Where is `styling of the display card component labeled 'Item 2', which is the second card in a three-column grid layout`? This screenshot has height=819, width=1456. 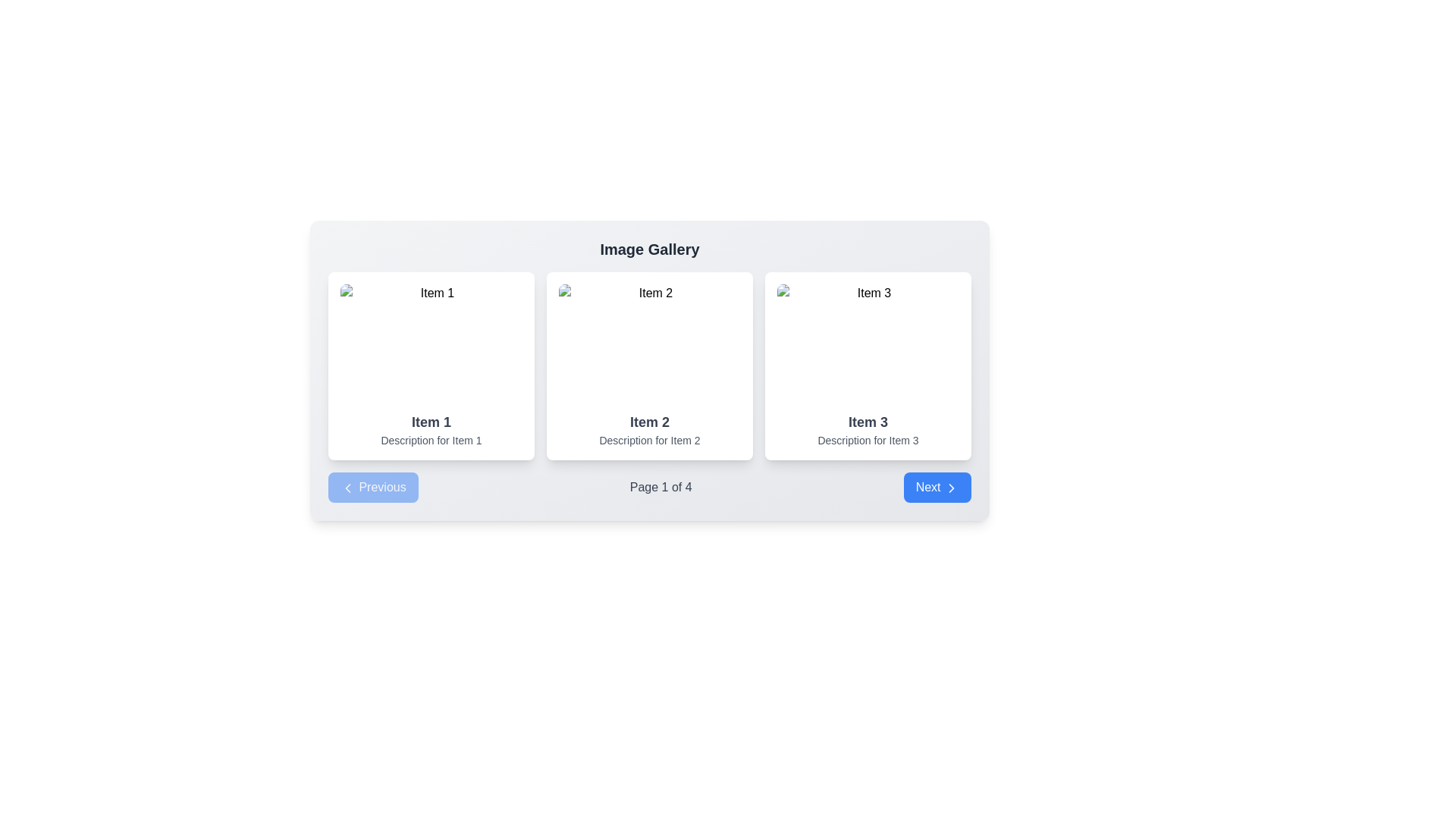 styling of the display card component labeled 'Item 2', which is the second card in a three-column grid layout is located at coordinates (650, 366).